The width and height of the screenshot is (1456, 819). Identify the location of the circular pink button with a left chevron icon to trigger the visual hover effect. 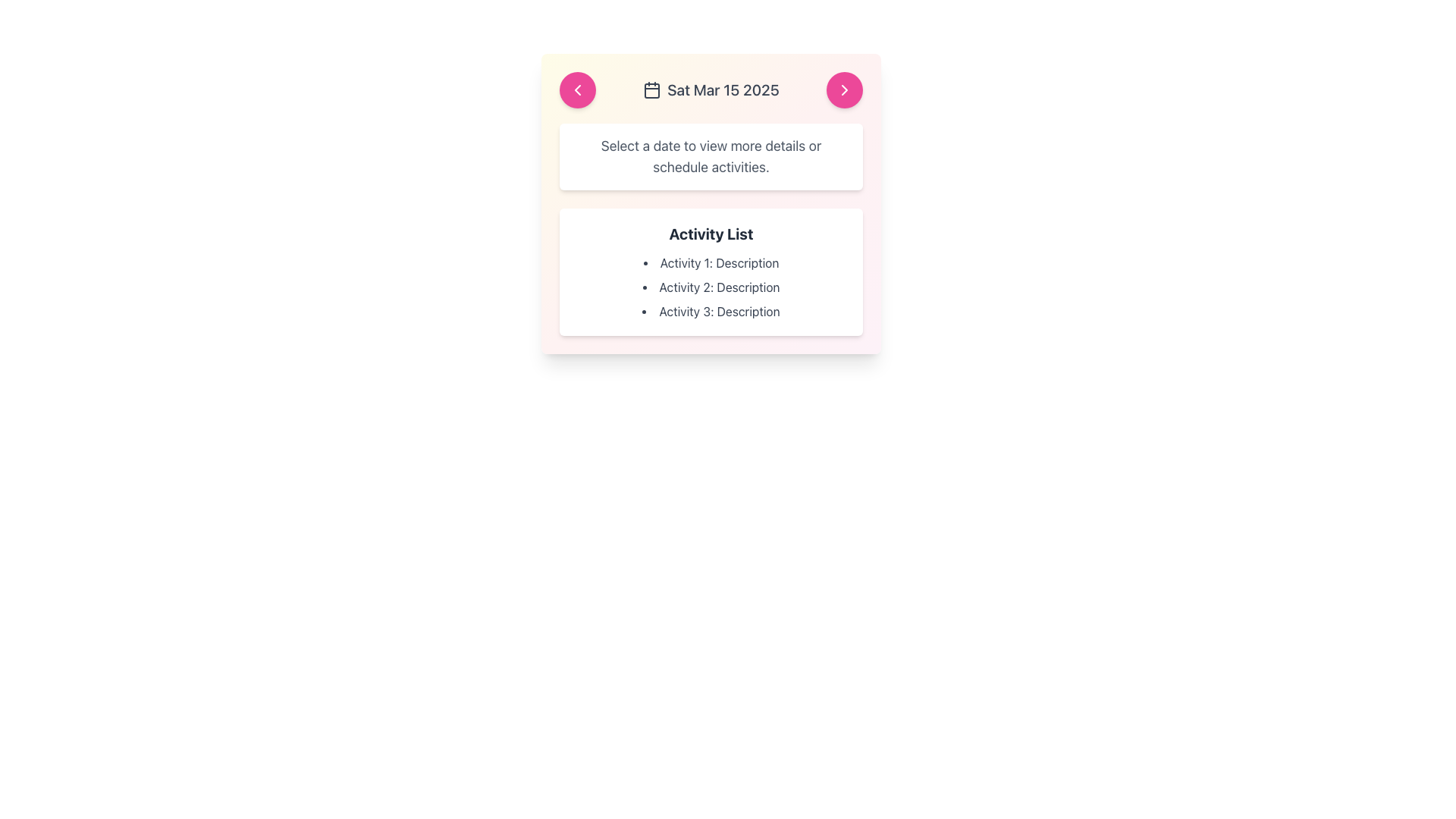
(577, 90).